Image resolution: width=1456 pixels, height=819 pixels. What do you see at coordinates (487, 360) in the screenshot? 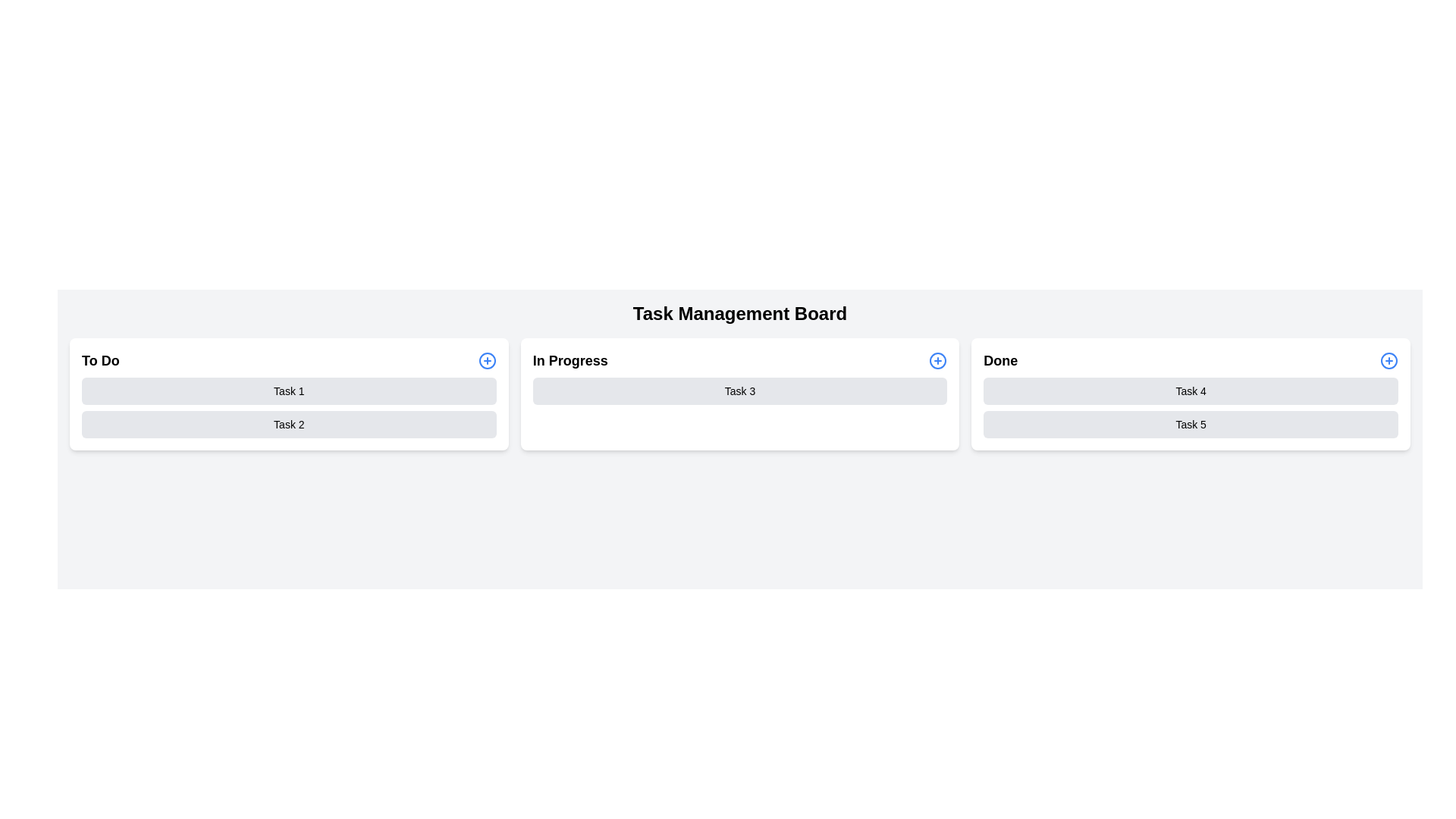
I see `the SVG circle element located in the top-right corner of the 'To Do' section, which is part of the button styled icon for adding tasks` at bounding box center [487, 360].